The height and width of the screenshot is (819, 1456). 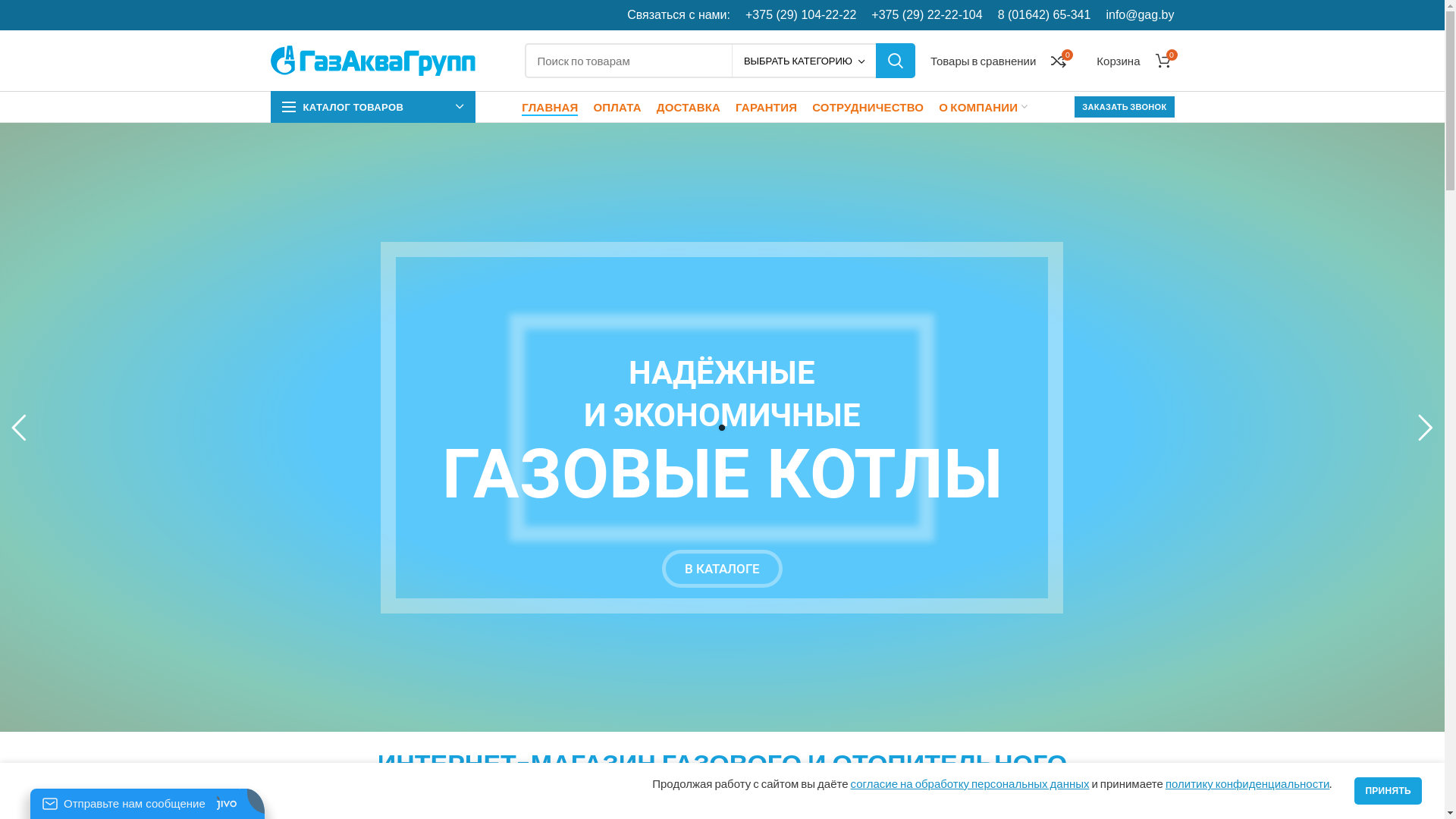 I want to click on 'info@gag.by', so click(x=1139, y=14).